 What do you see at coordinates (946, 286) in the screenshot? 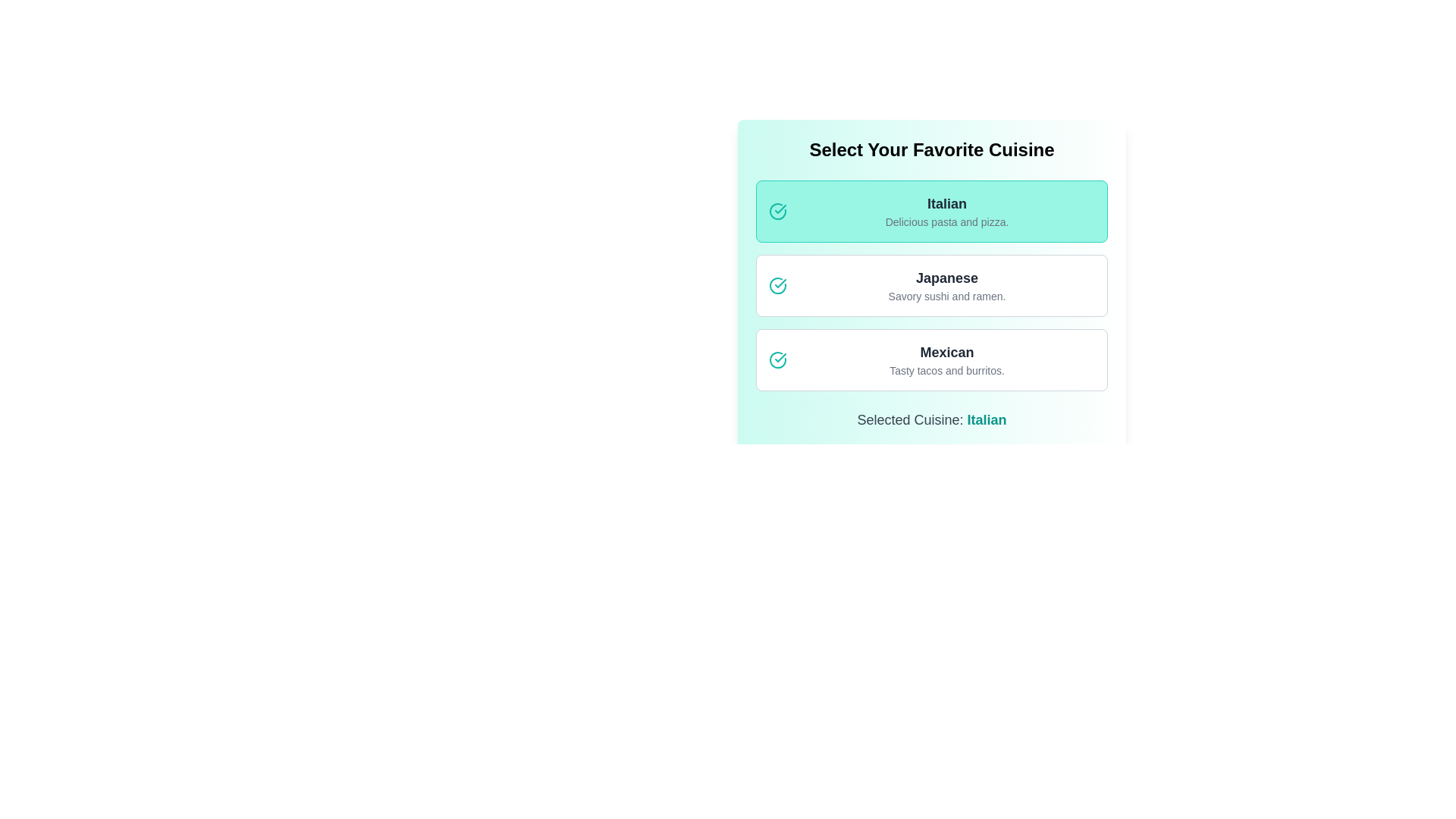
I see `text element displaying 'Japanese' and 'Savory sushi and ramen.' which is the second option in the list of selectable cuisines` at bounding box center [946, 286].